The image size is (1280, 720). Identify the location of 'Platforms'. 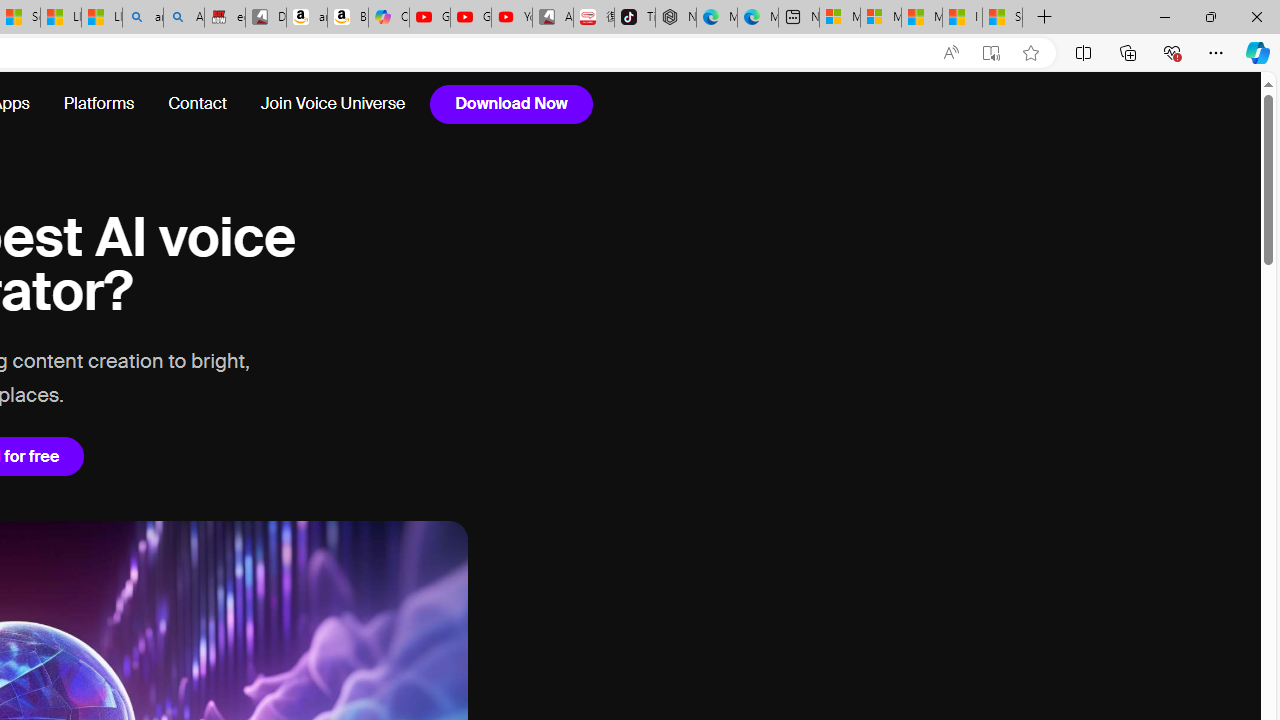
(98, 104).